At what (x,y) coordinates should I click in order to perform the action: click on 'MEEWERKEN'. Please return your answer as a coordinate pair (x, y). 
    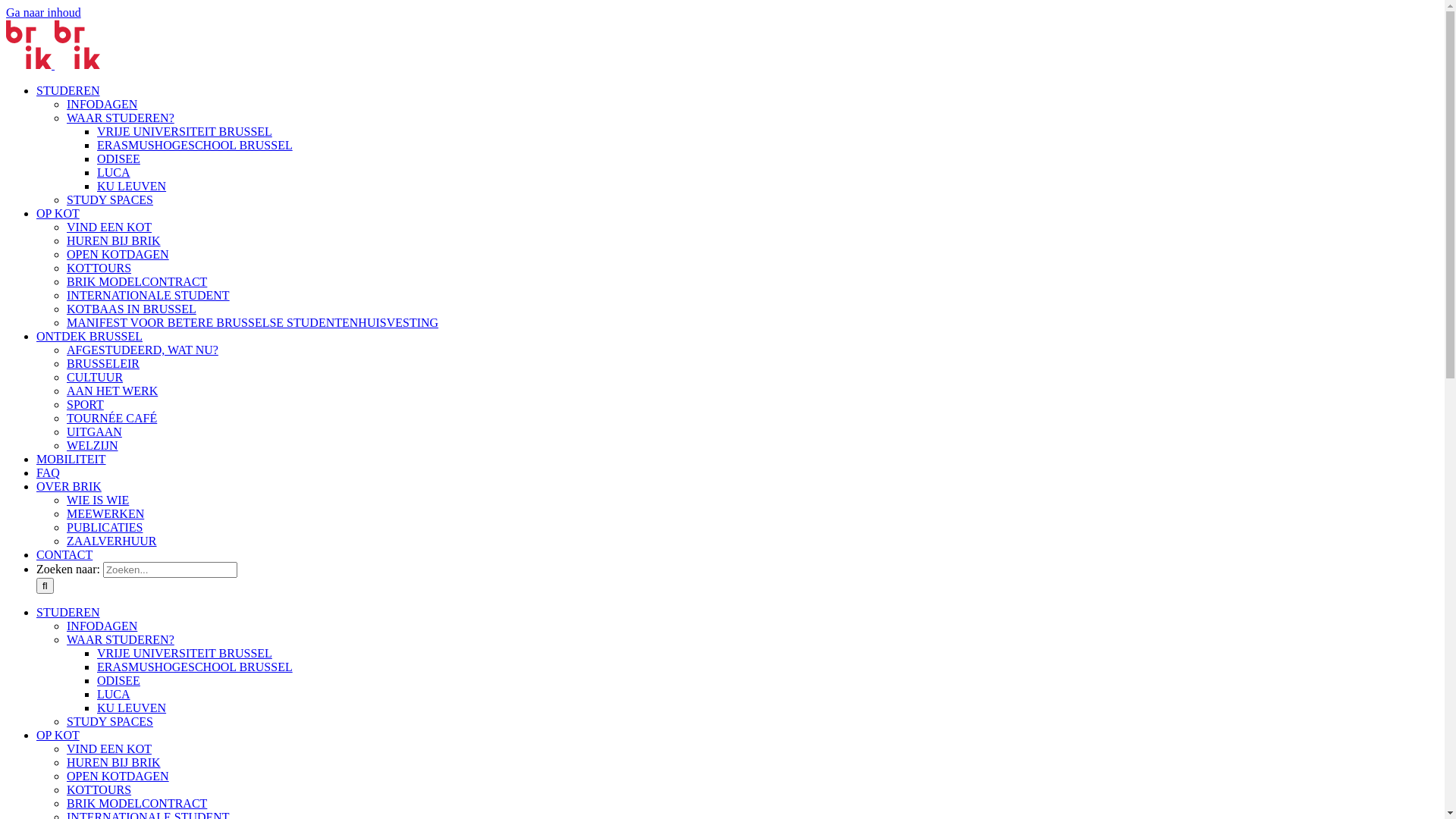
    Looking at the image, I should click on (105, 513).